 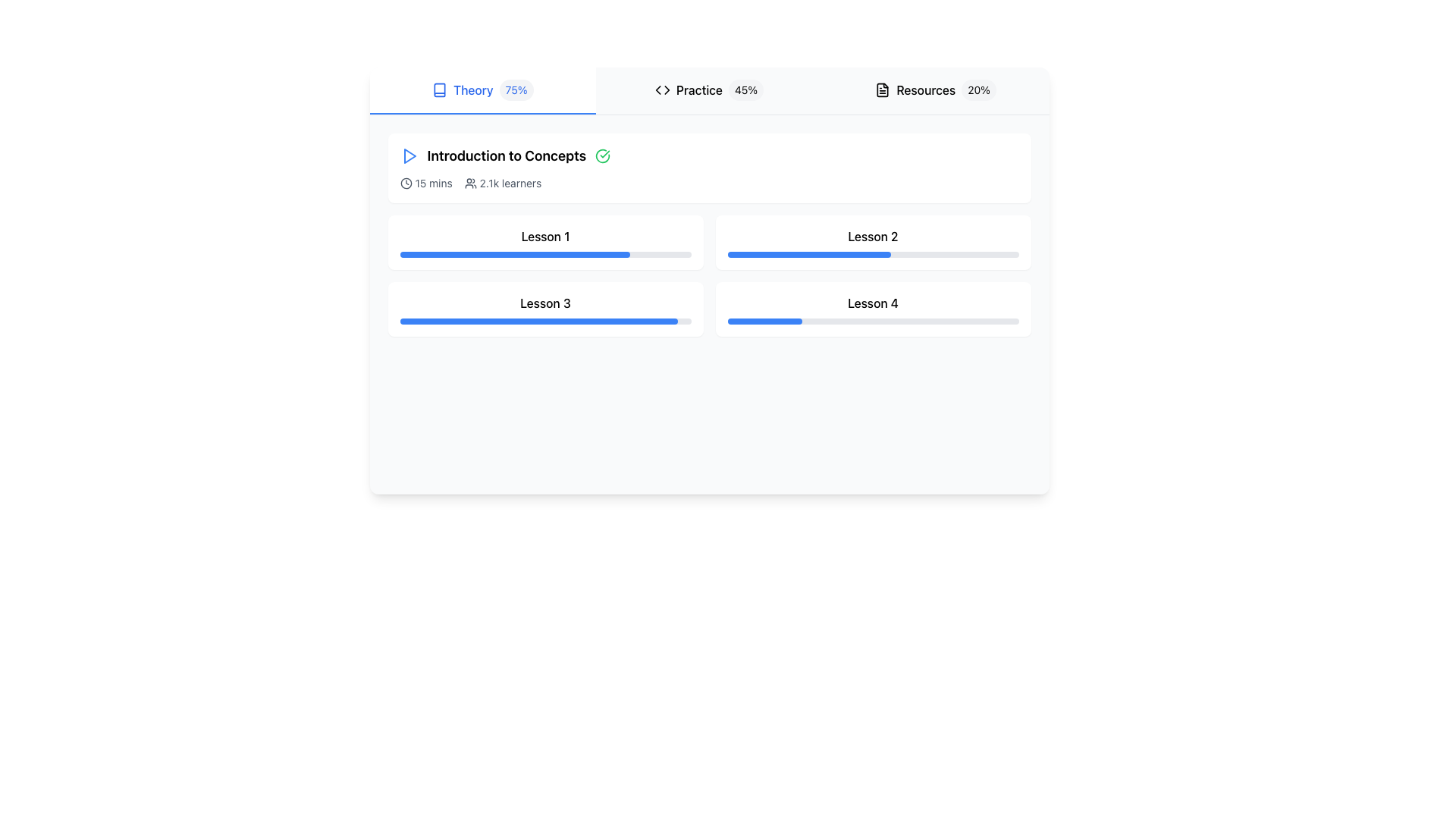 What do you see at coordinates (925, 90) in the screenshot?
I see `the static text label reading 'Resources' located in the top navigation area, positioned to the right of the 'Practice' section and next to a document icon` at bounding box center [925, 90].